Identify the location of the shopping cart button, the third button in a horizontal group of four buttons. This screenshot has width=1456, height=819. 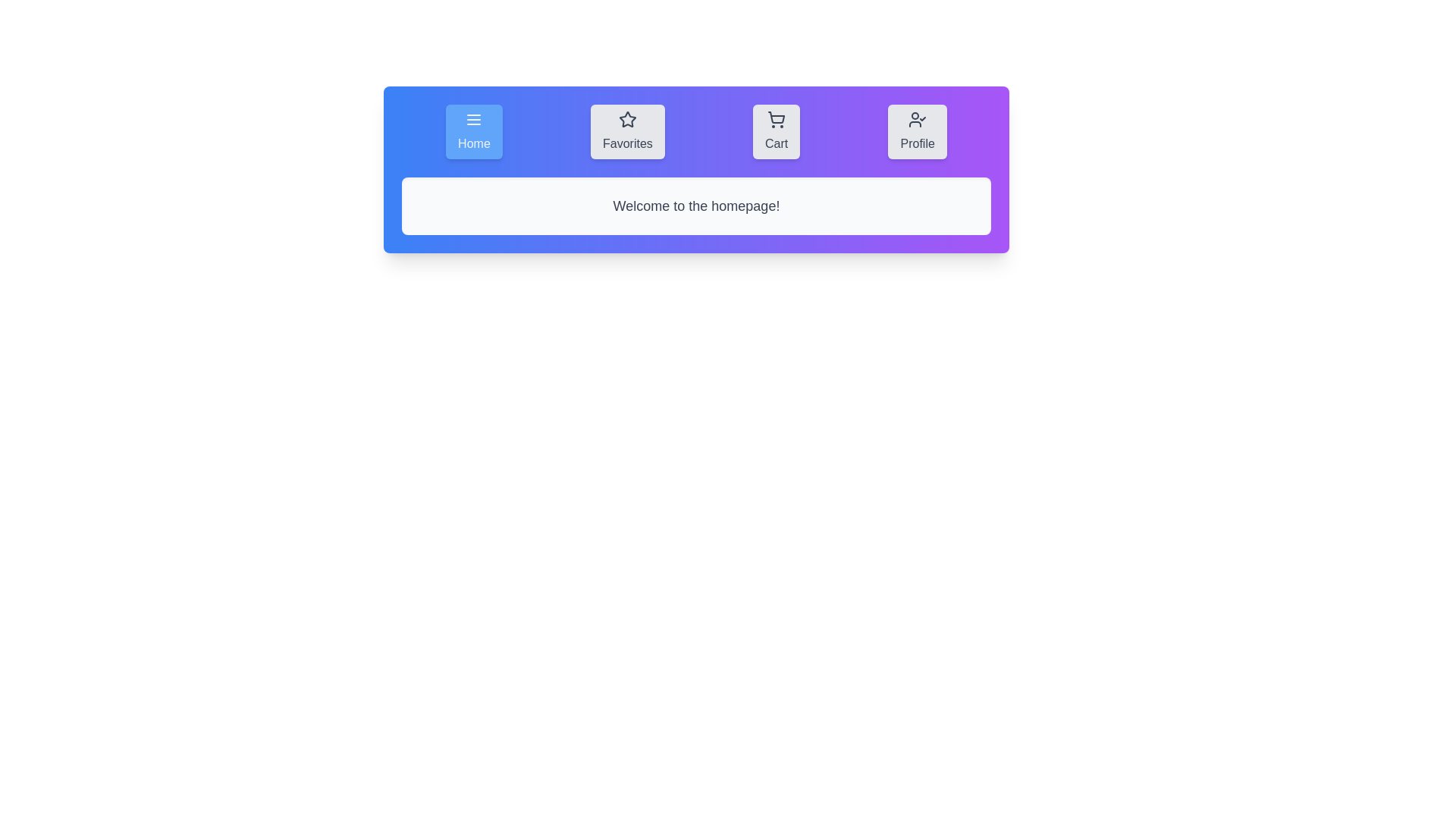
(777, 130).